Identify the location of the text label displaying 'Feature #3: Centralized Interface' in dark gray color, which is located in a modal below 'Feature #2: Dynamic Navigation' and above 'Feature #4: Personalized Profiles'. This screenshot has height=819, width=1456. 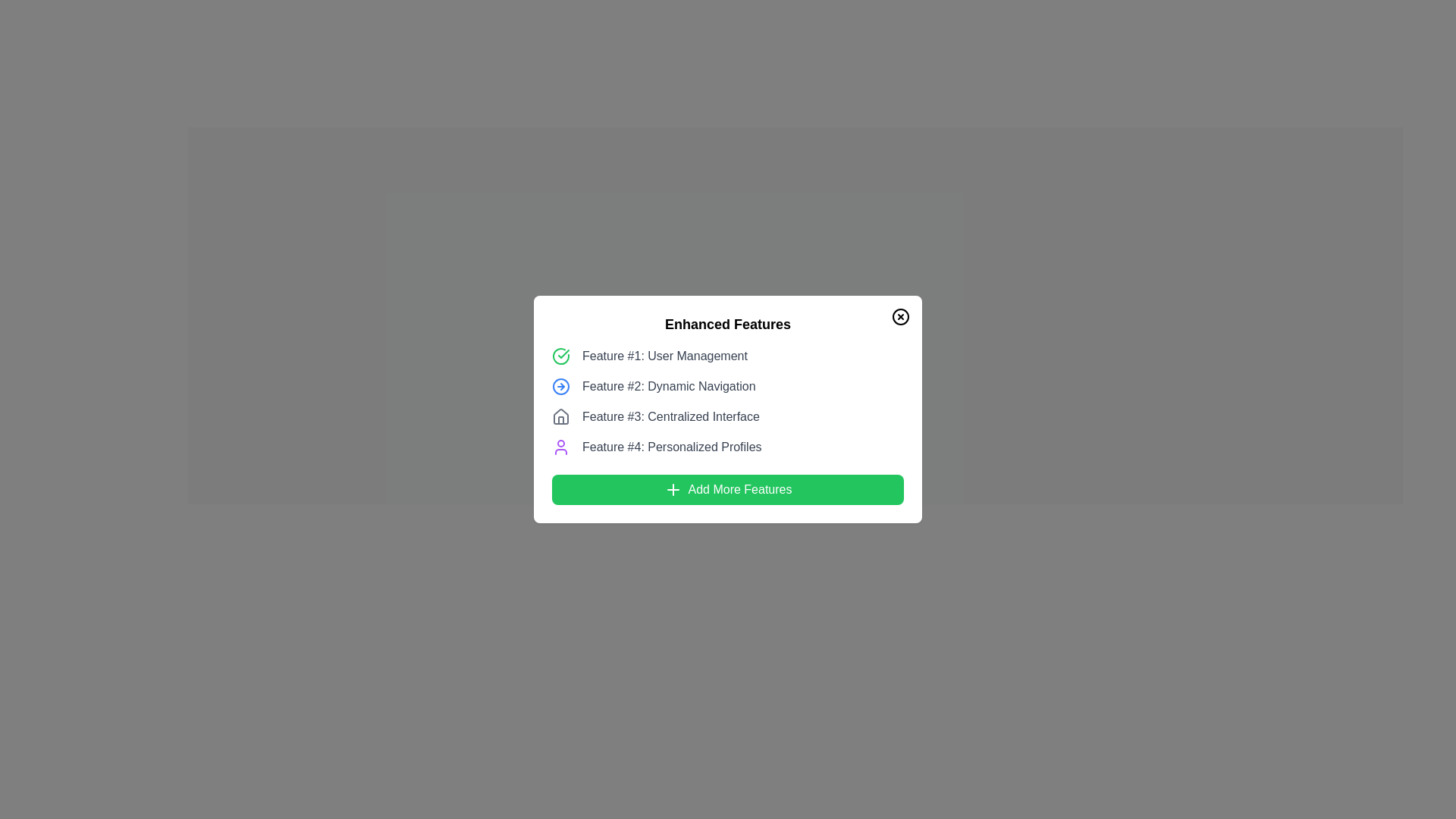
(670, 417).